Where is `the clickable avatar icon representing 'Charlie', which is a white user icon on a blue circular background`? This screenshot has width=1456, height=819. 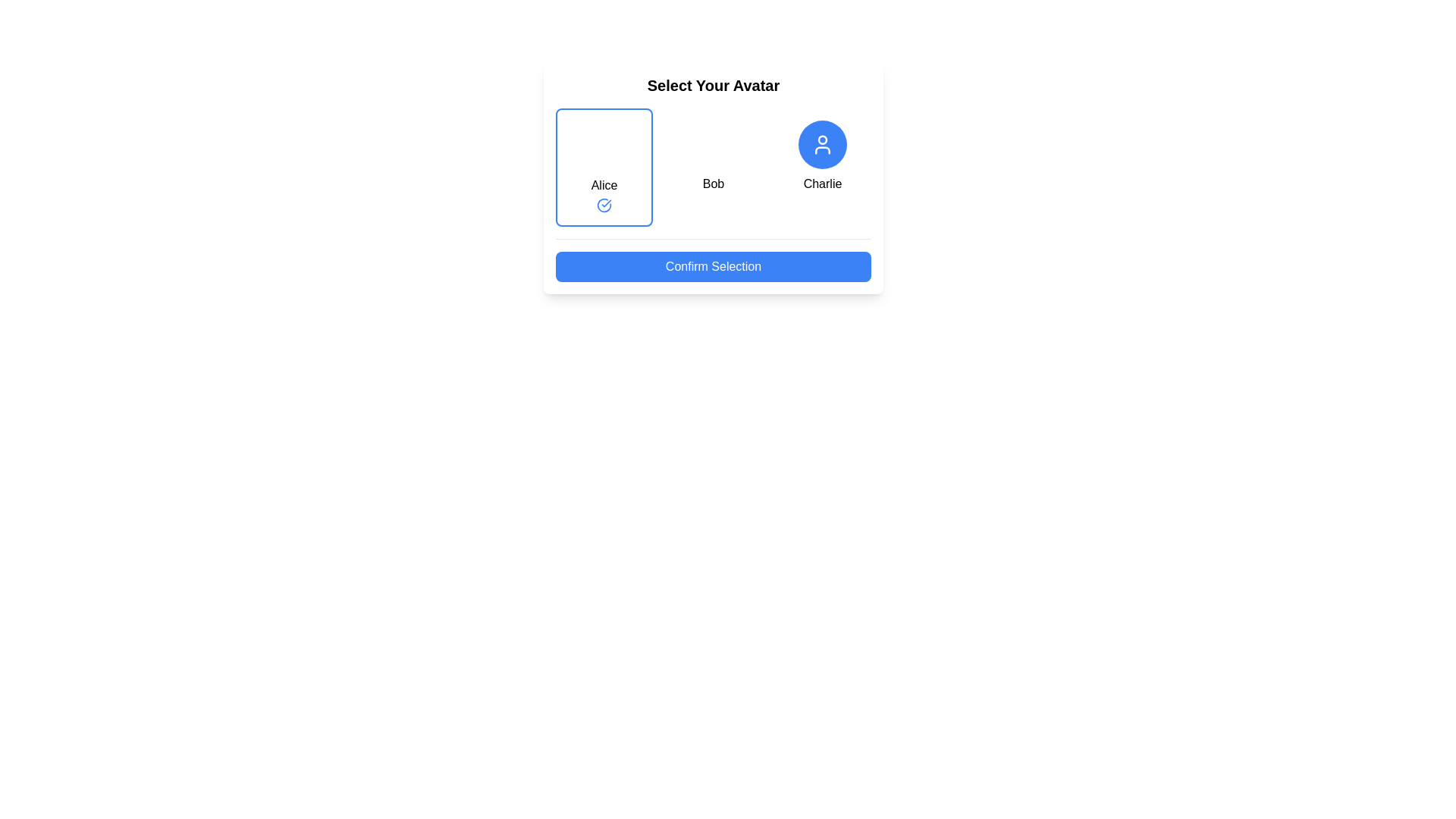
the clickable avatar icon representing 'Charlie', which is a white user icon on a blue circular background is located at coordinates (821, 145).